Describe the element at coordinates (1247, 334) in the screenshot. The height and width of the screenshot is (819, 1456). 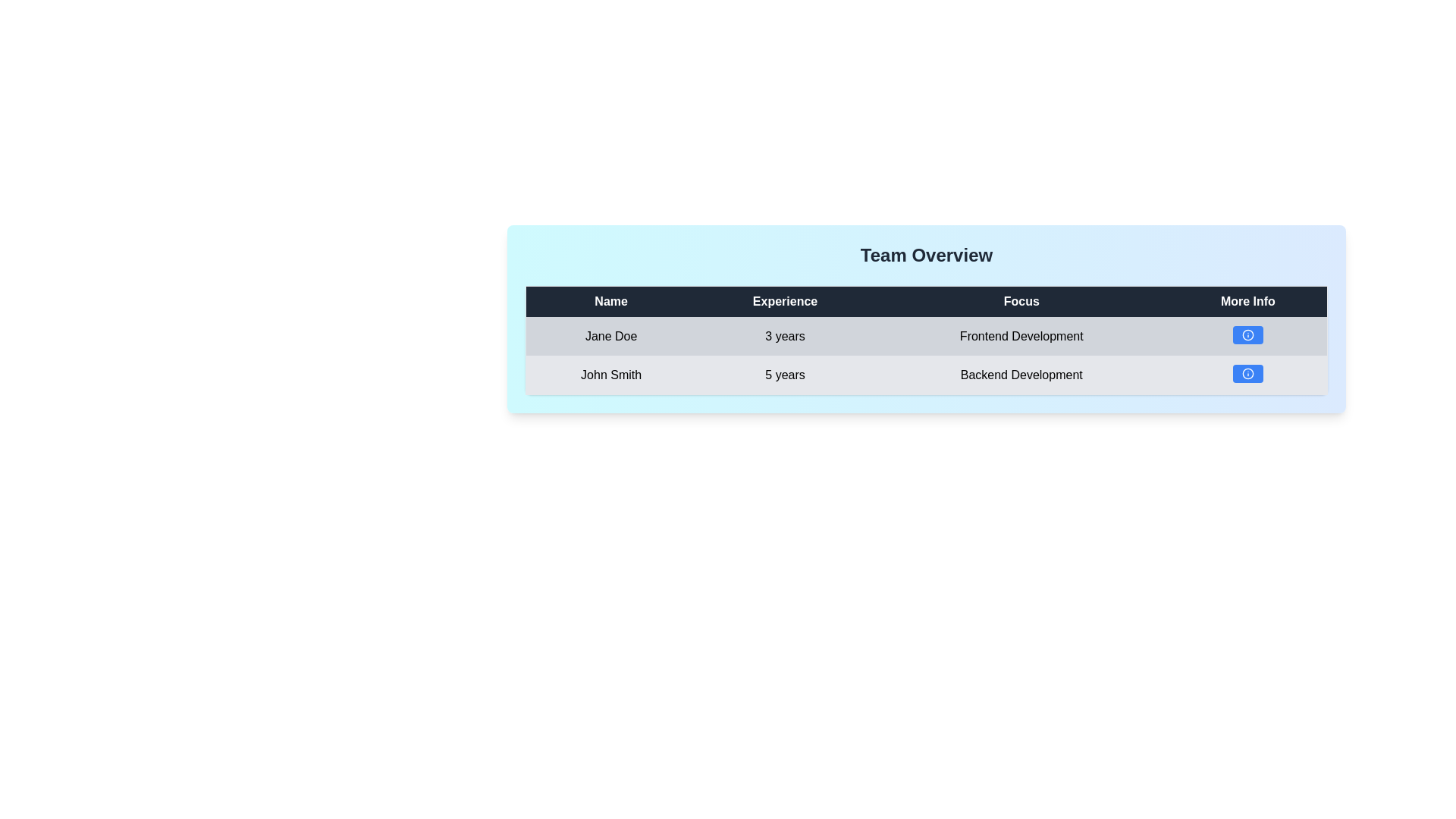
I see `the circular icon button with a blue background and white border containing an information symbol in the 'More Info' column of the first row in the 'Team Overview' table` at that location.